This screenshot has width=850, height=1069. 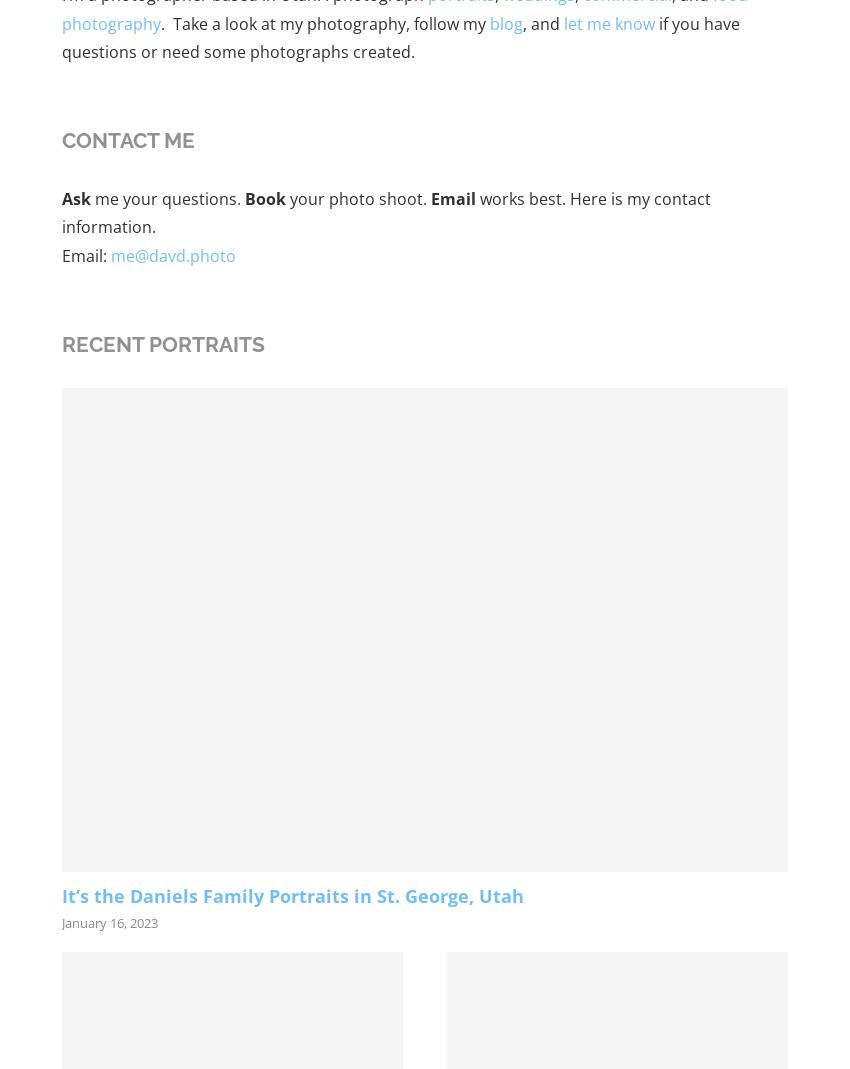 I want to click on 'Recent Portraits', so click(x=163, y=343).